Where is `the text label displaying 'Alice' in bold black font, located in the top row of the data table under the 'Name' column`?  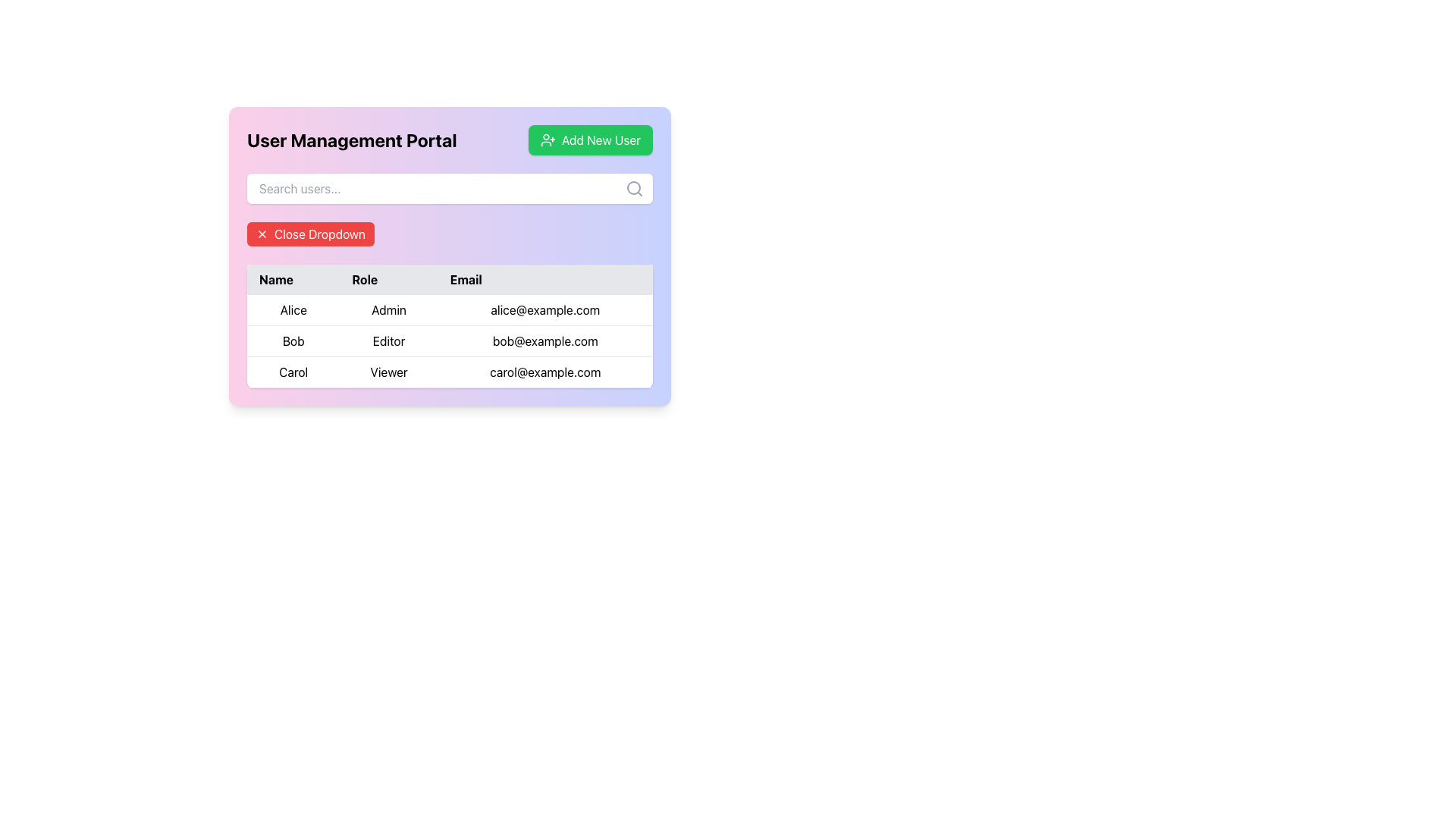
the text label displaying 'Alice' in bold black font, located in the top row of the data table under the 'Name' column is located at coordinates (293, 309).